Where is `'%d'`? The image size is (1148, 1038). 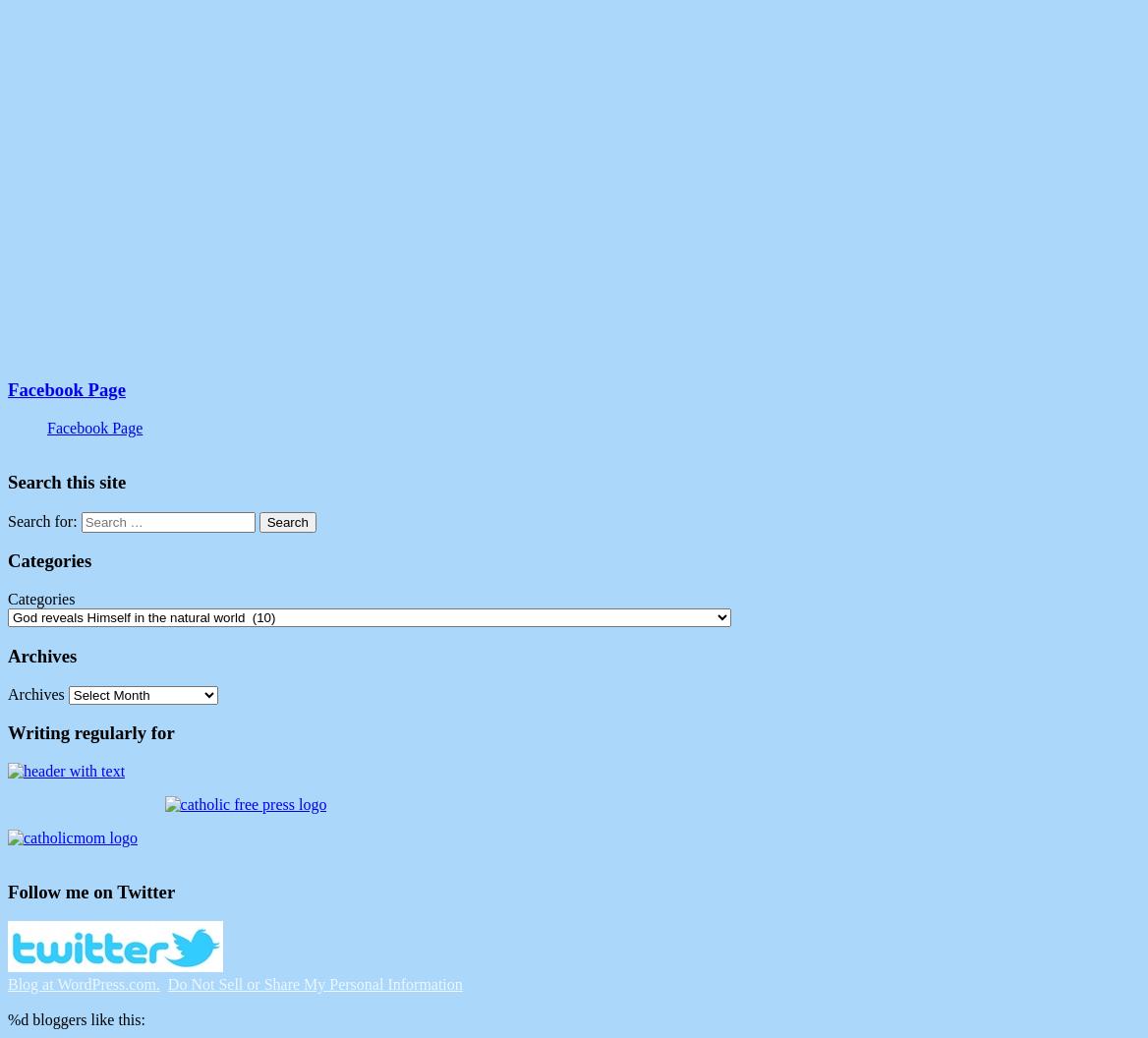 '%d' is located at coordinates (18, 1018).